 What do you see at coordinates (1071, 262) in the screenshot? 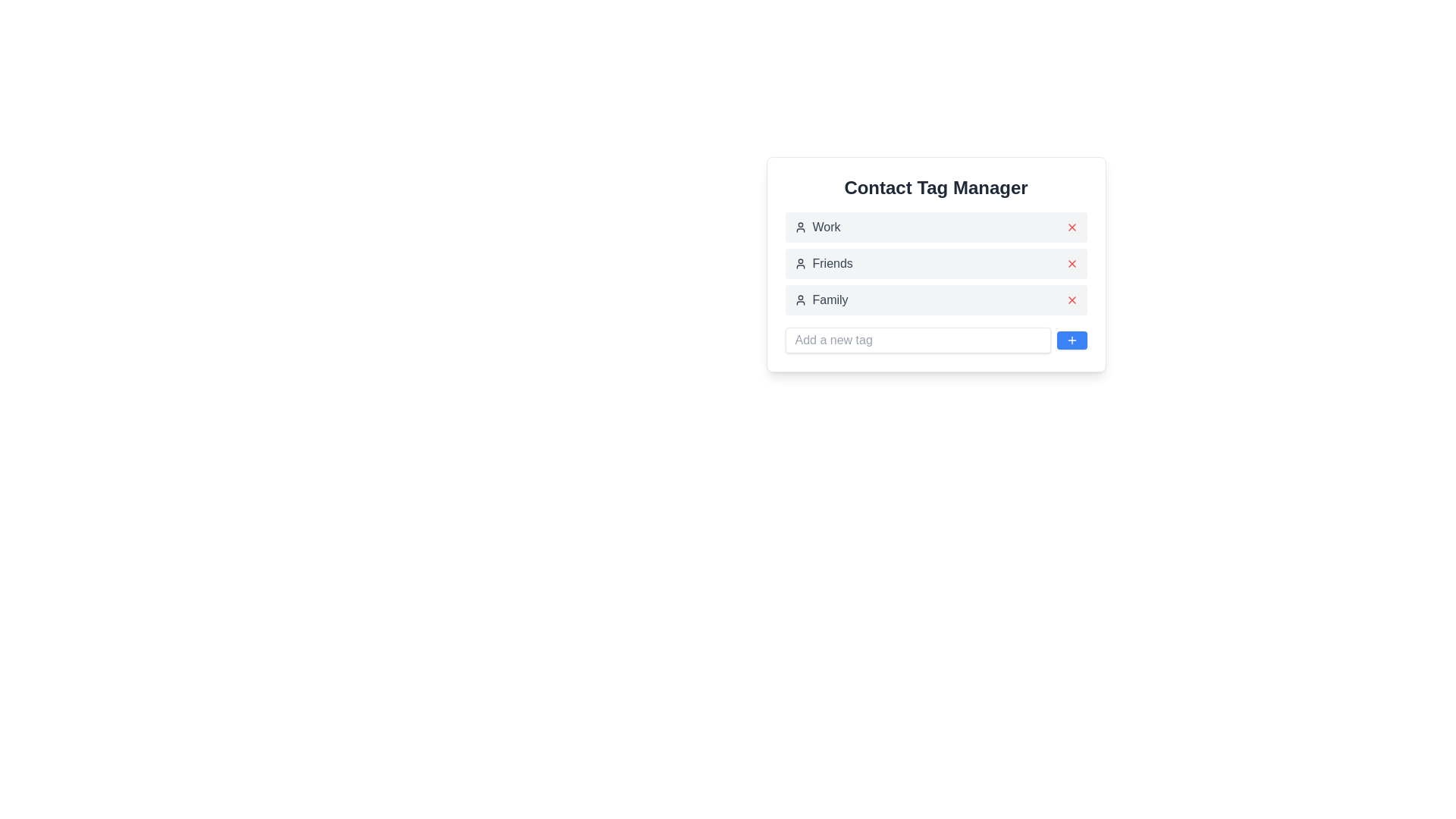
I see `the red delete icon located at the far-right end of the 'Friends' entry` at bounding box center [1071, 262].